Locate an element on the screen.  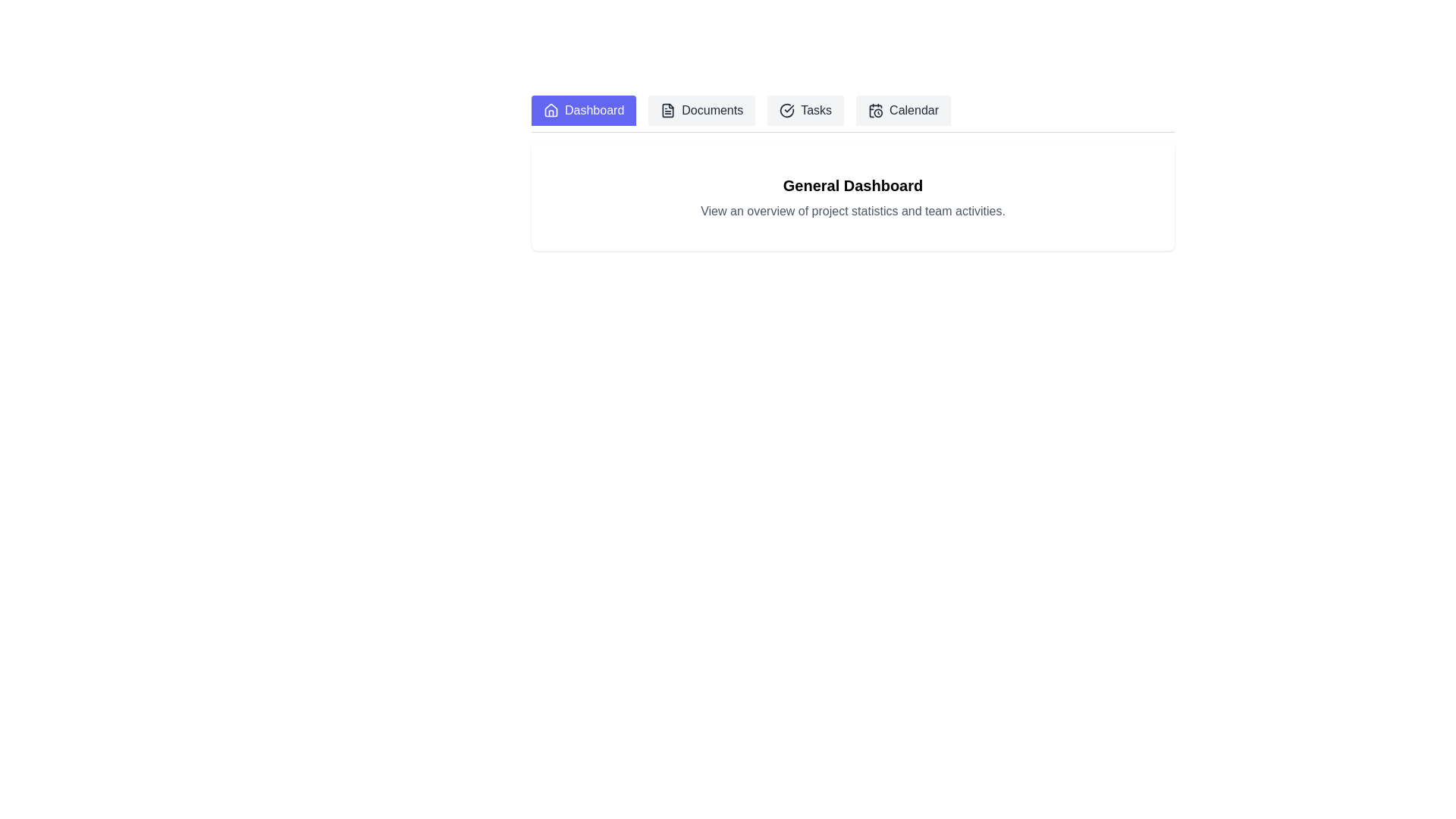
the Documents icon in the navigation bar is located at coordinates (667, 110).